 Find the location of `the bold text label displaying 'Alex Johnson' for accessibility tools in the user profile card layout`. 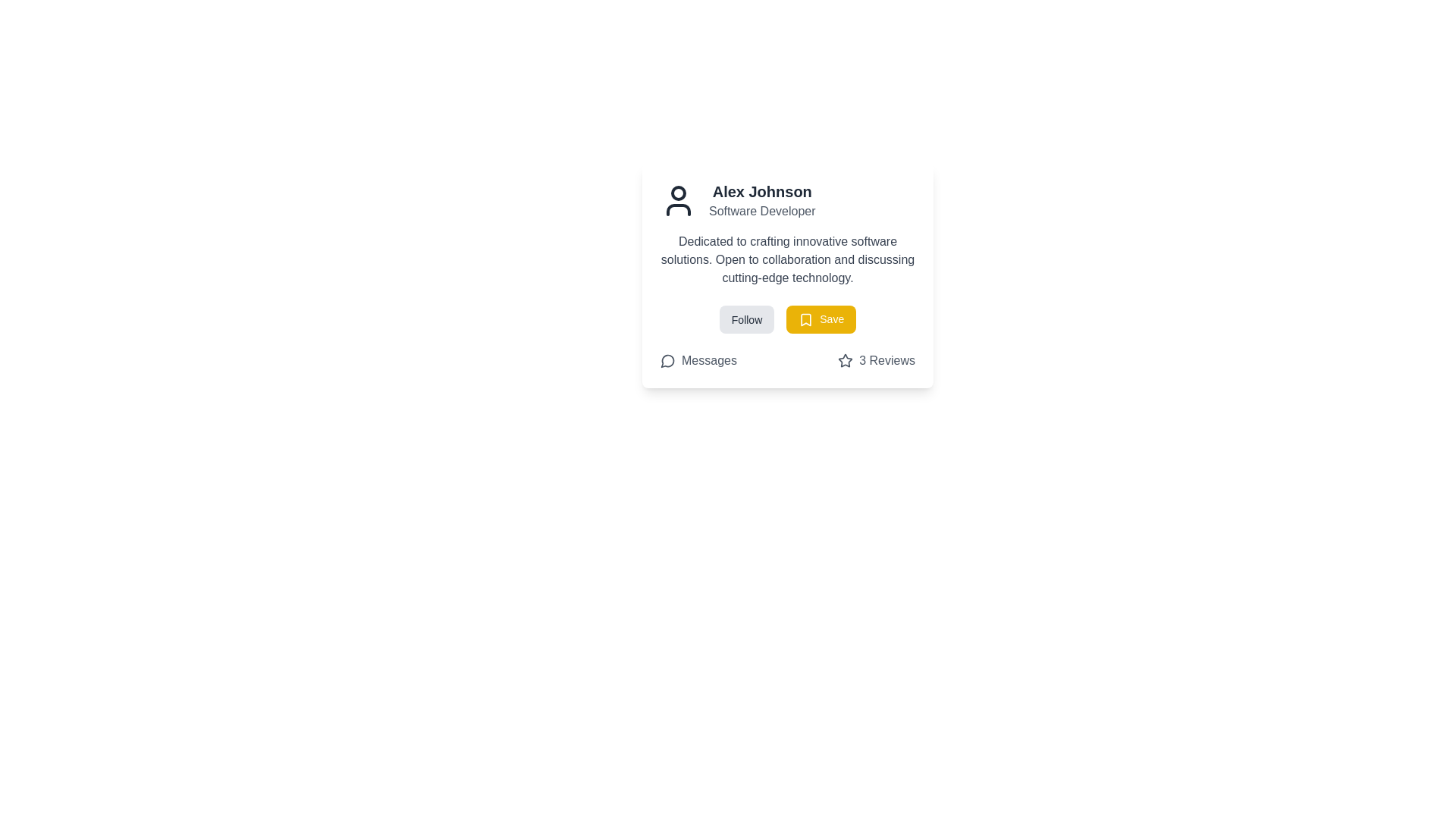

the bold text label displaying 'Alex Johnson' for accessibility tools in the user profile card layout is located at coordinates (762, 191).